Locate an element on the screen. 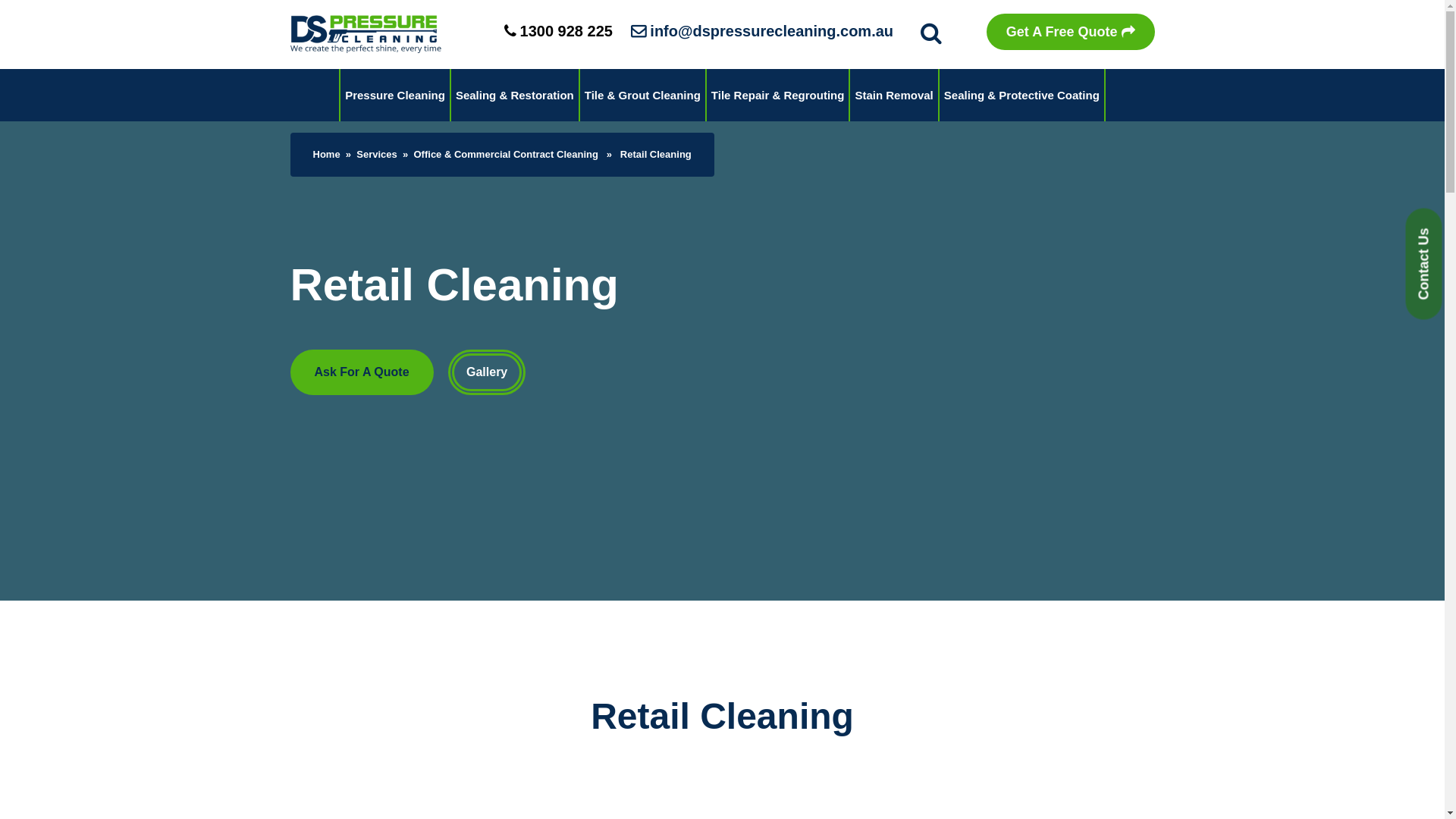  'Services' is located at coordinates (356, 154).